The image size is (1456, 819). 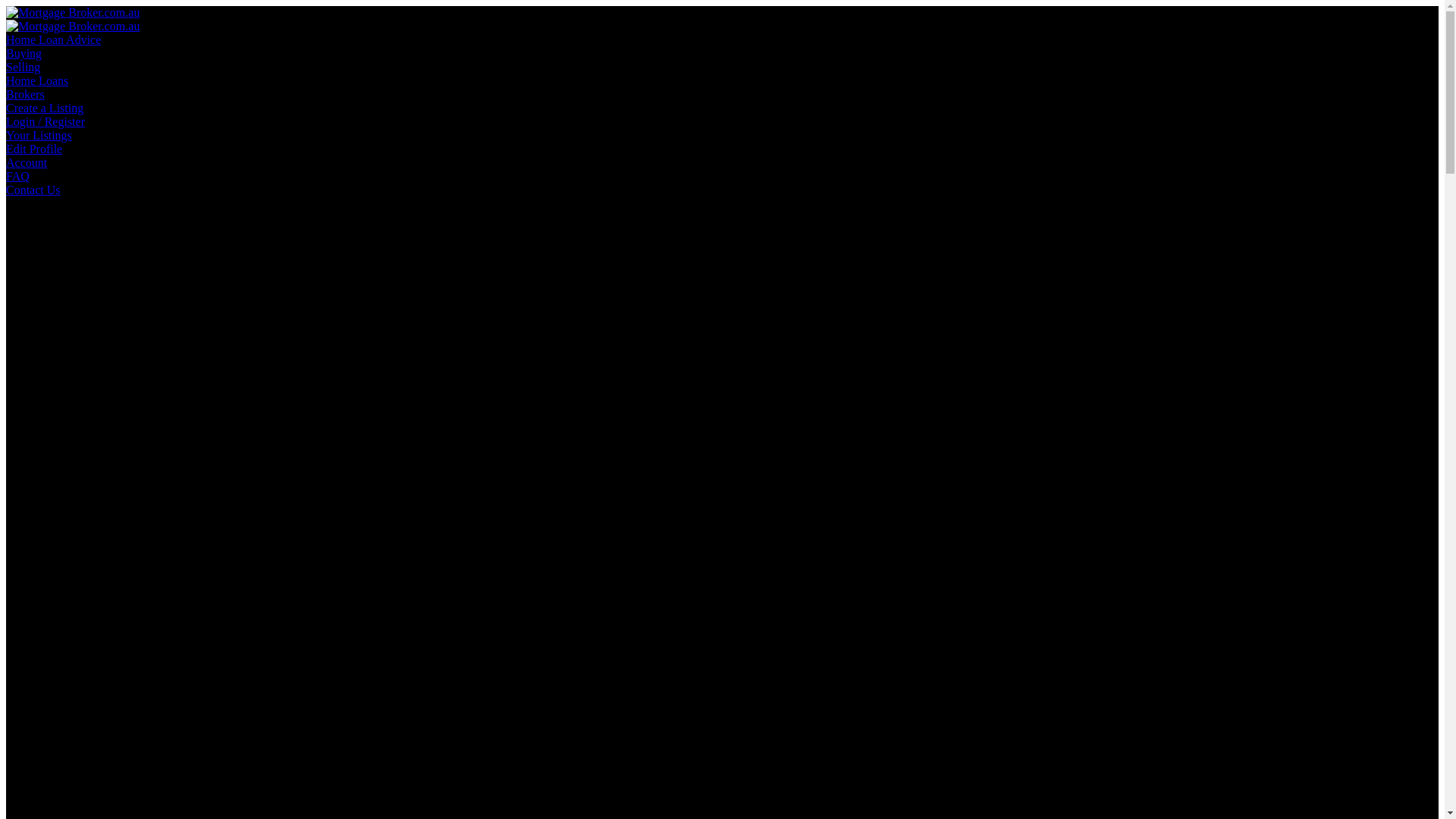 What do you see at coordinates (33, 149) in the screenshot?
I see `'Edit Profile'` at bounding box center [33, 149].